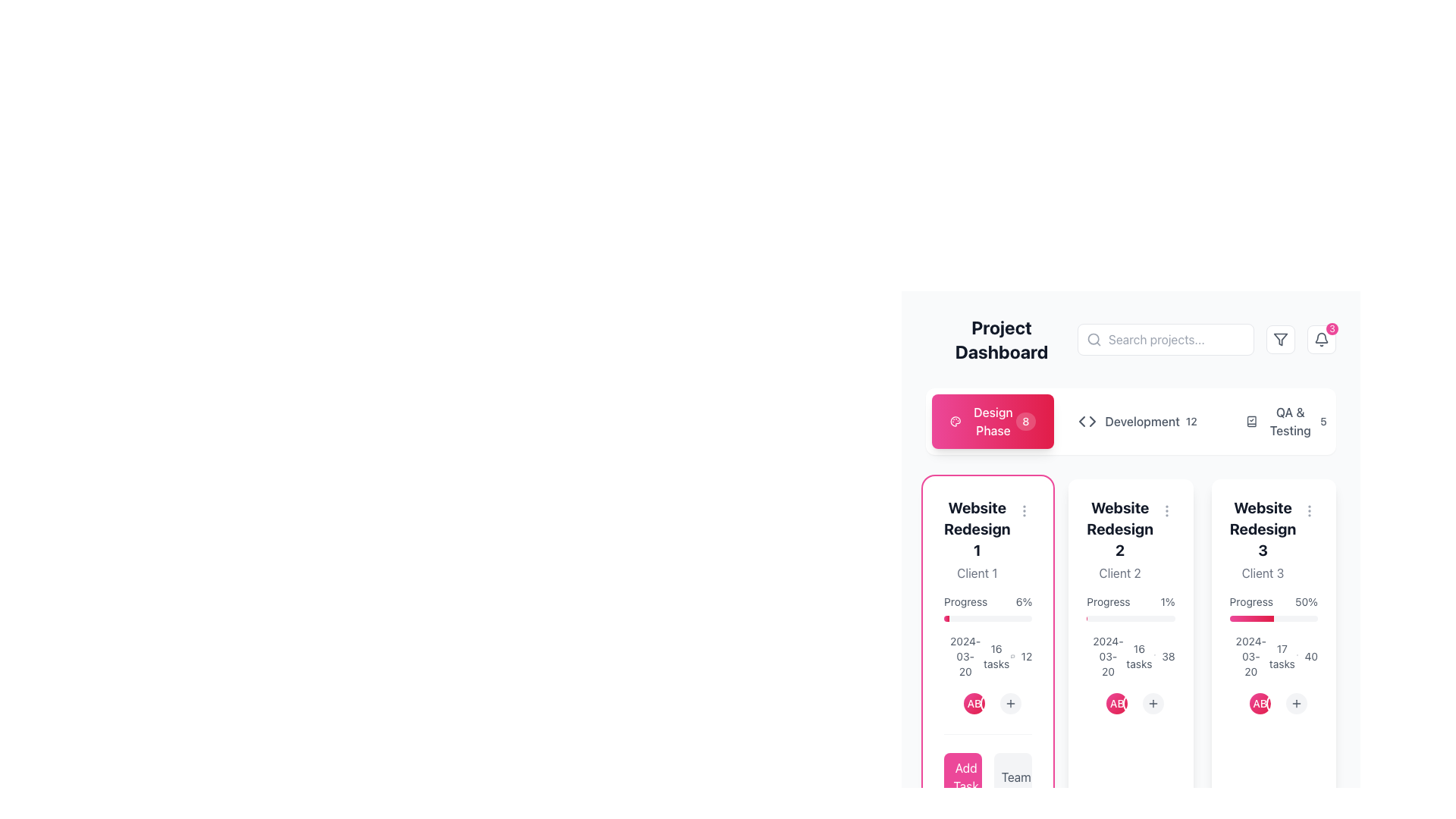  Describe the element at coordinates (1306, 601) in the screenshot. I see `the static text label that displays the progress percentage for the 'Website Redesign 3' project, located to the right of the 'Progress' label` at that location.